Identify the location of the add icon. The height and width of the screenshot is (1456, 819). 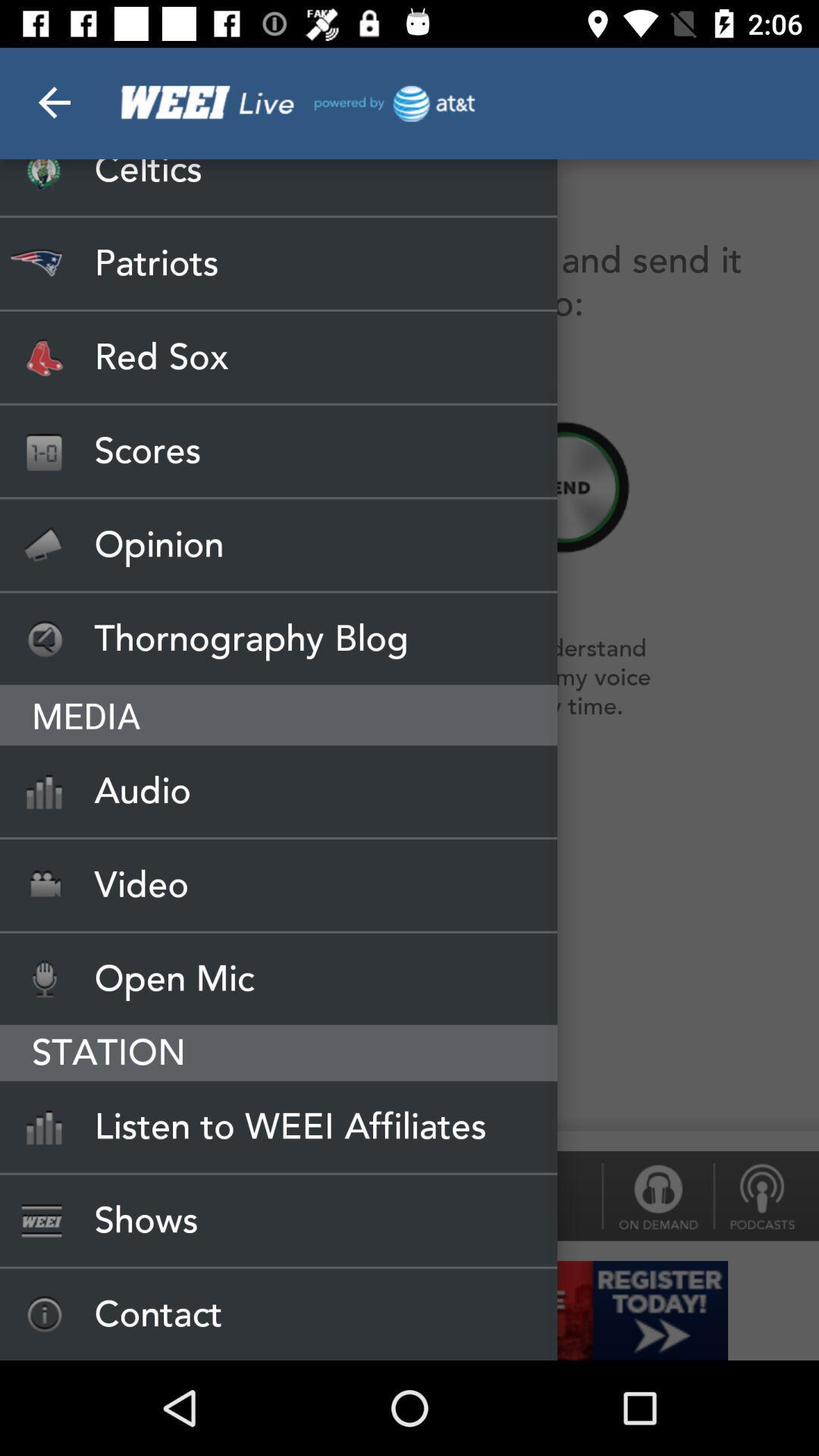
(563, 487).